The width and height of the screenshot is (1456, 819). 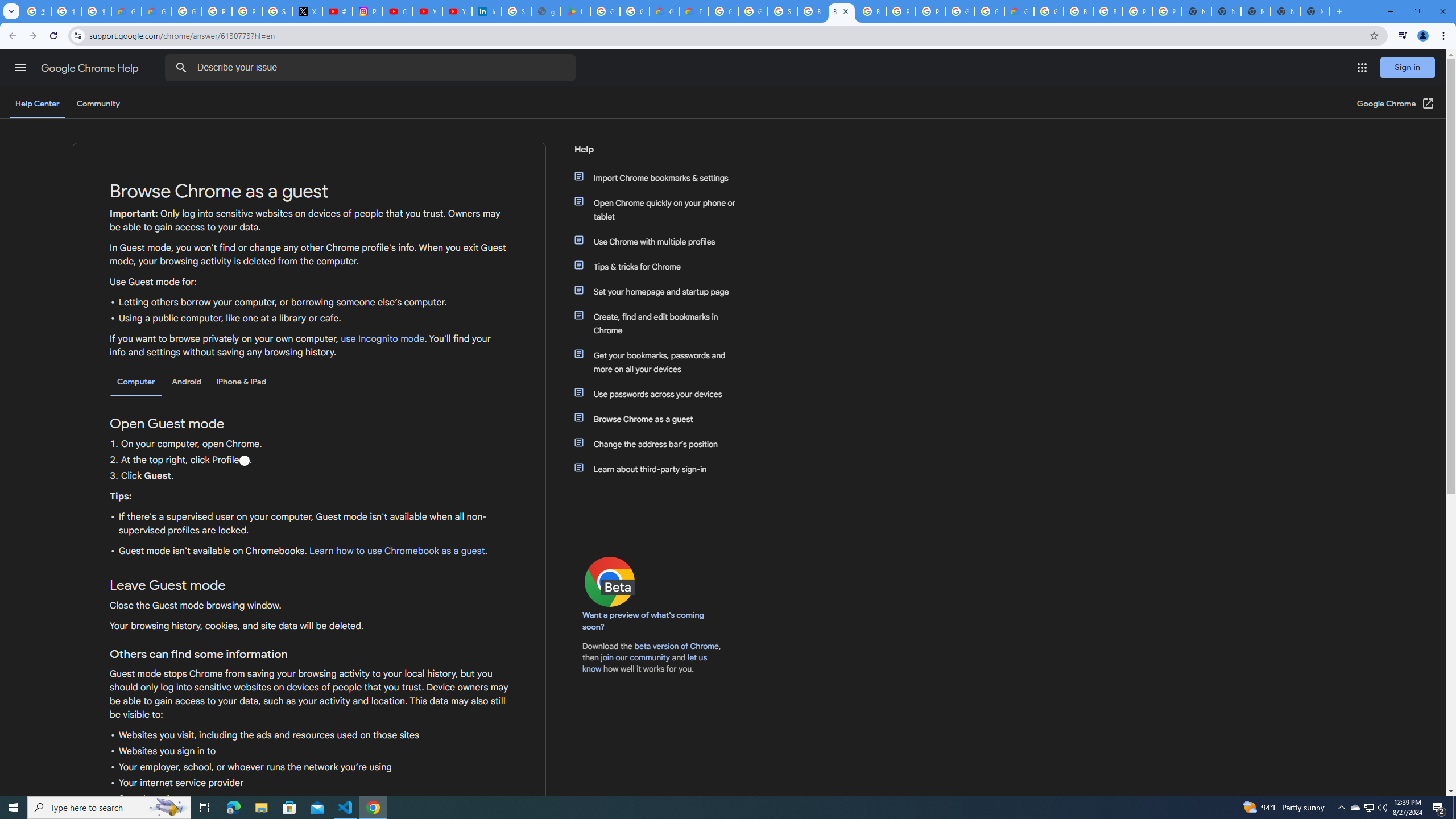 What do you see at coordinates (337, 11) in the screenshot?
I see `'#nbabasketballhighlights - YouTube'` at bounding box center [337, 11].